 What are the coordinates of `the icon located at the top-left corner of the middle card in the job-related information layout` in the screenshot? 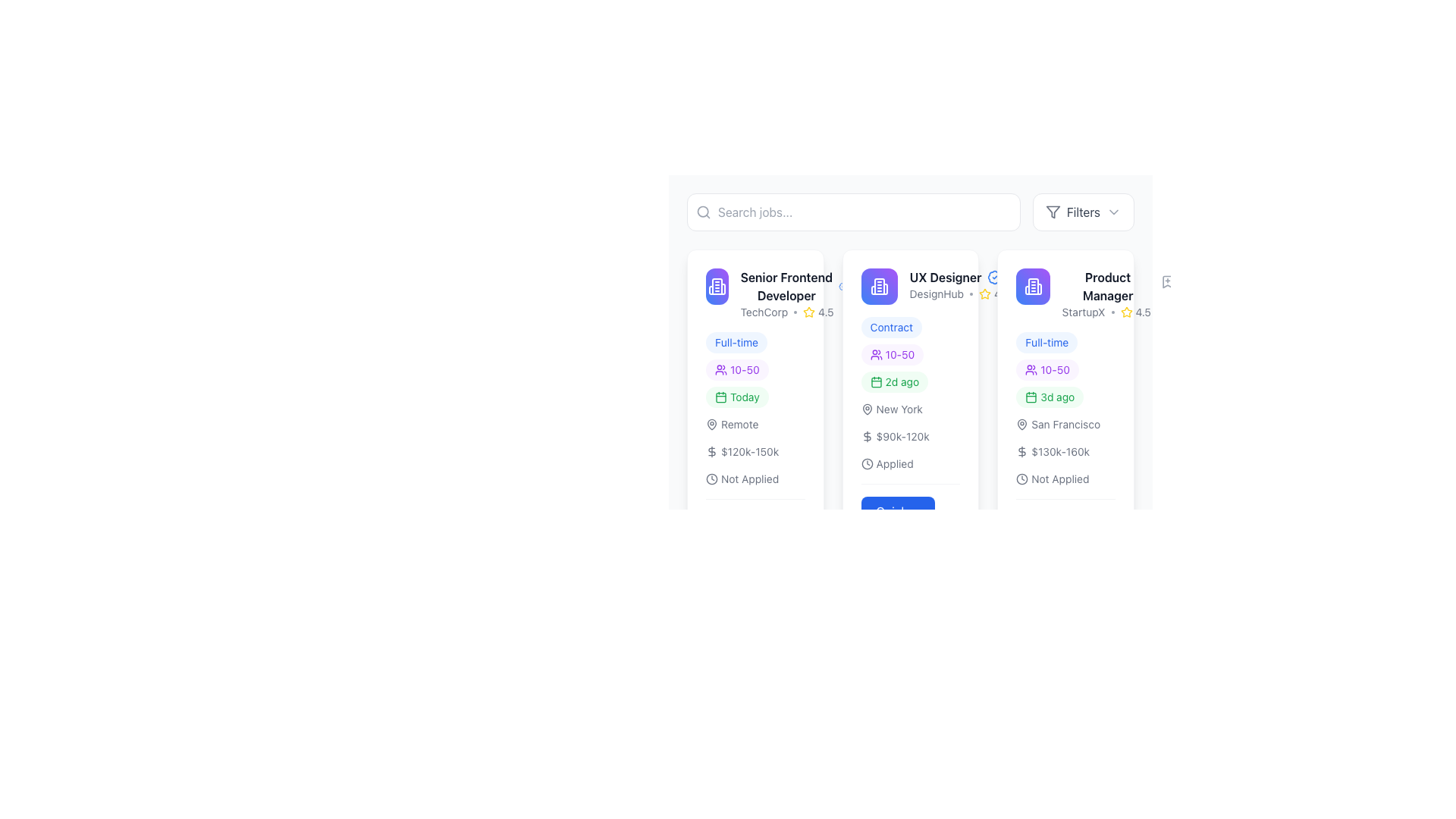 It's located at (1032, 287).